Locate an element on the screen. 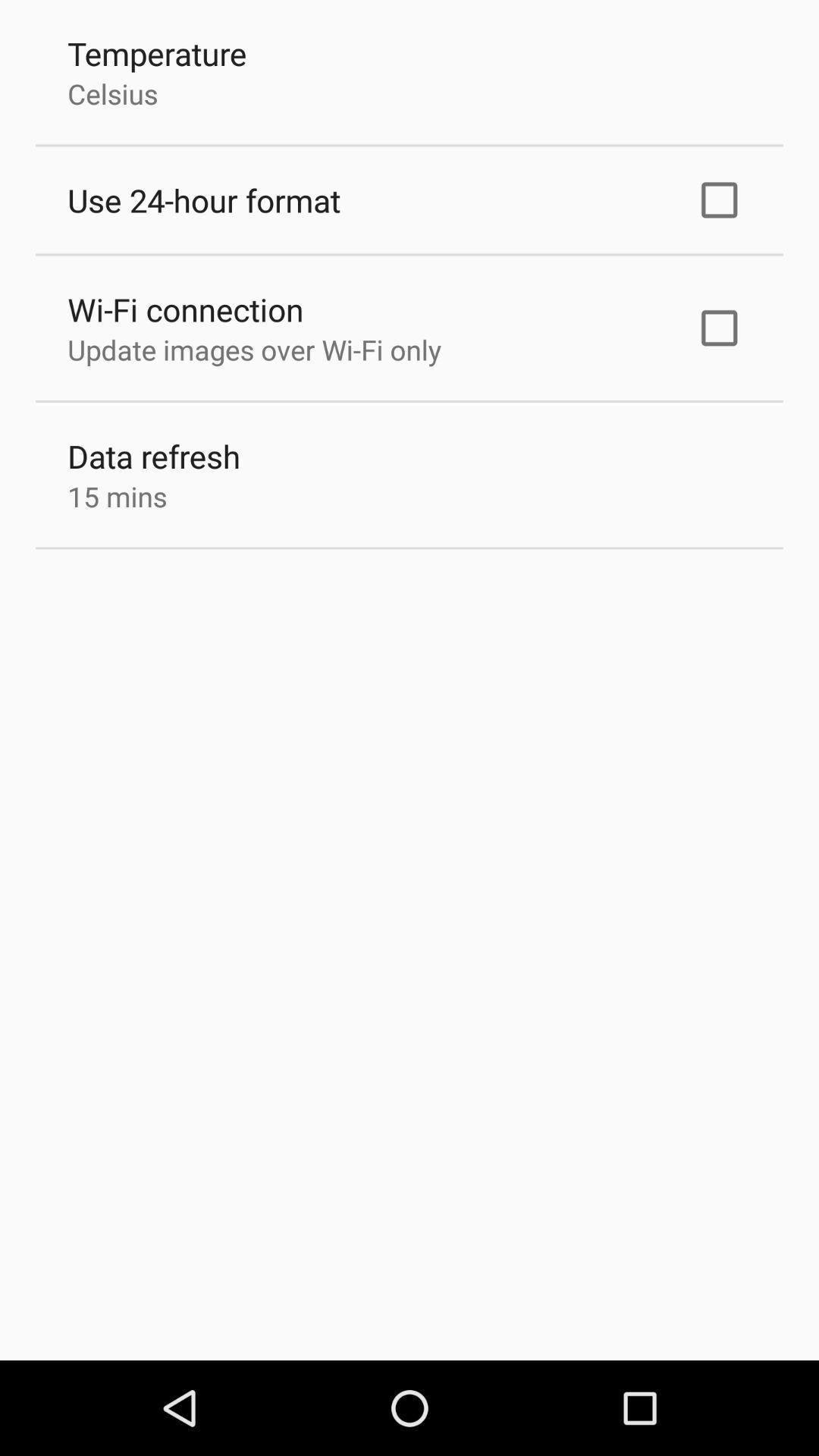 This screenshot has width=819, height=1456. the app above use 24 hour icon is located at coordinates (111, 93).